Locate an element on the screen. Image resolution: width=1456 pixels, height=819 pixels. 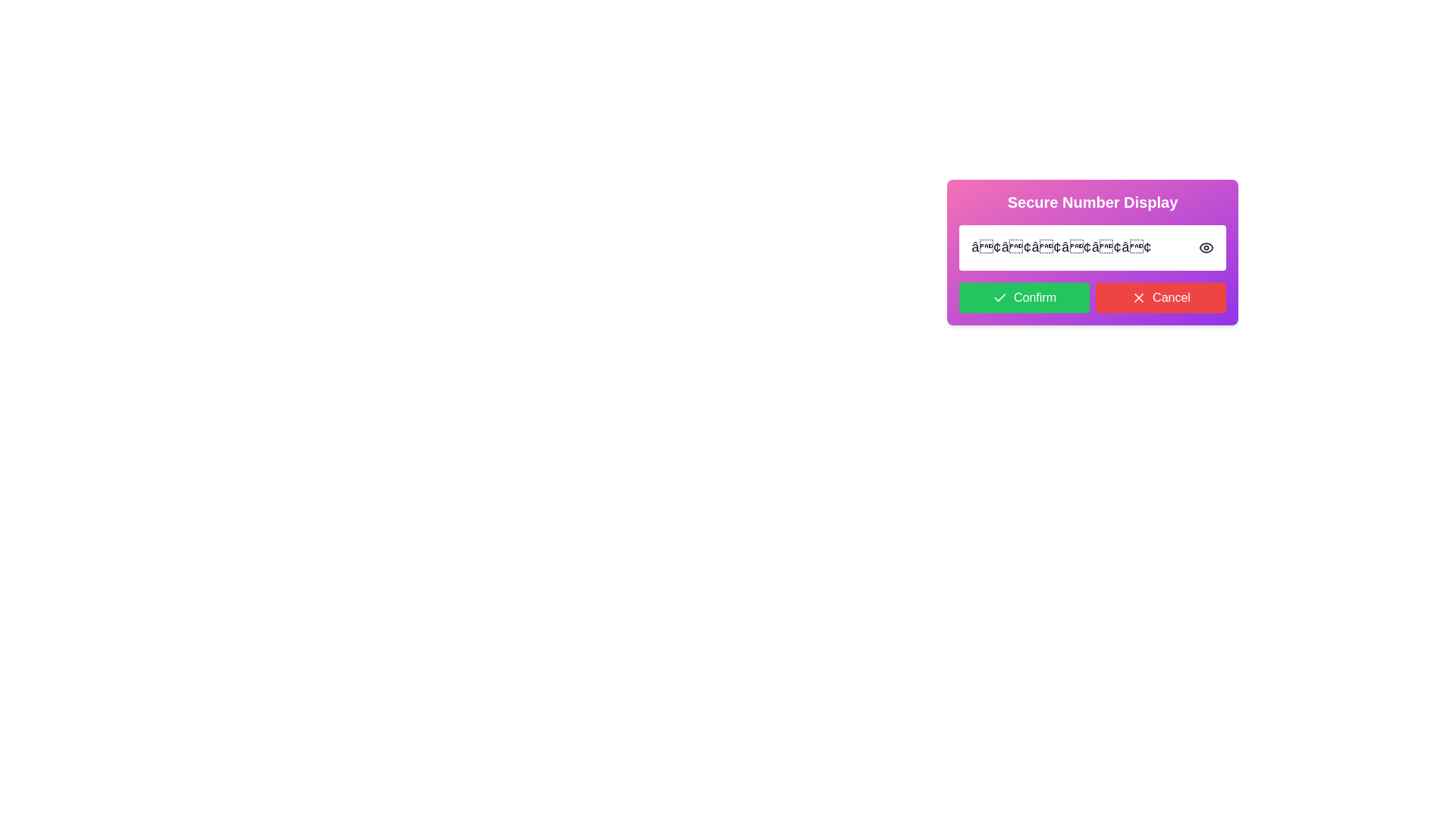
the title header labeled 'Secure Number Display', which is styled in bold and centered format, located at the top of the dialog box or card is located at coordinates (1092, 201).